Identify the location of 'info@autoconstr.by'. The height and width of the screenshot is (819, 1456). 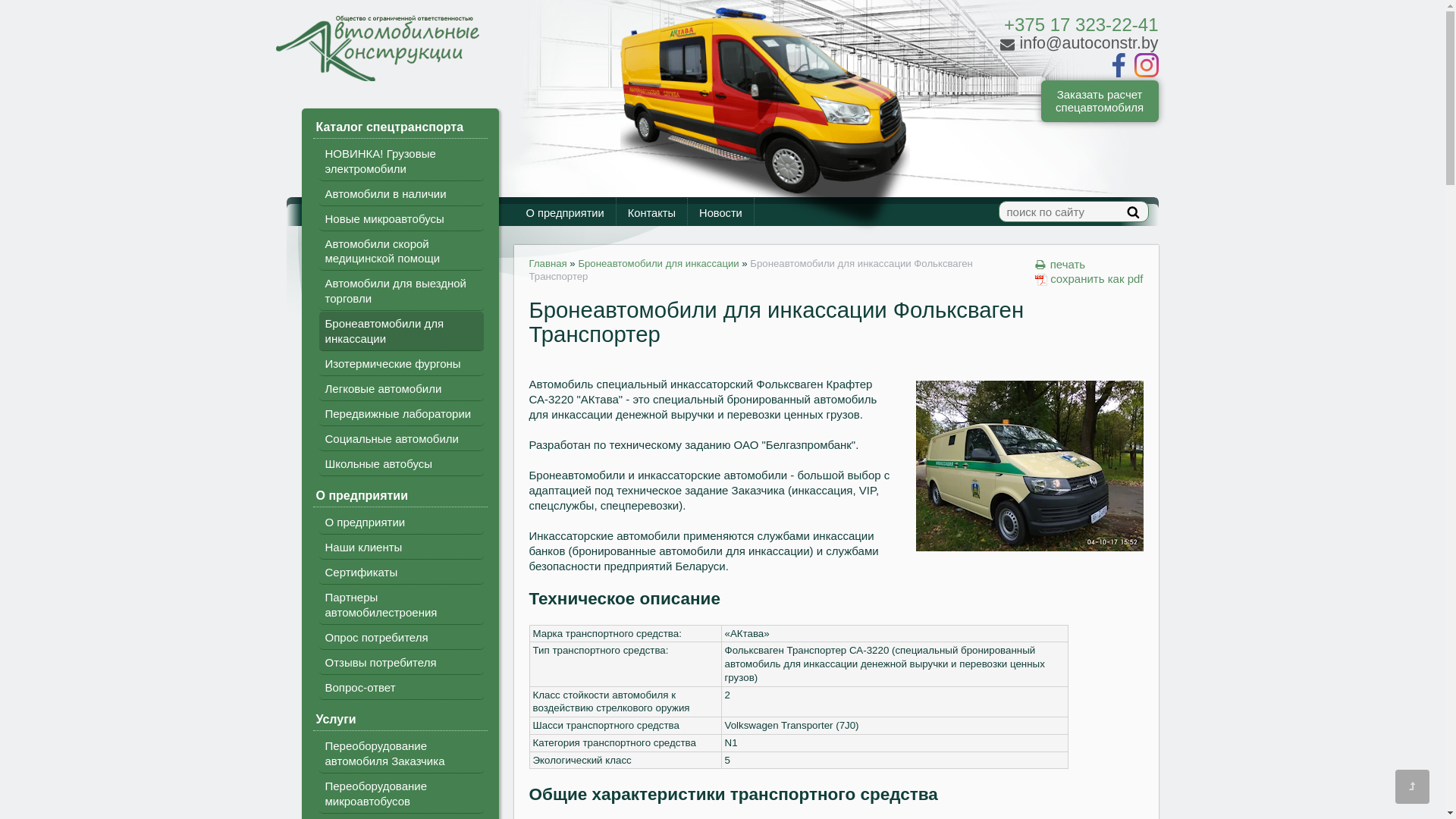
(1077, 43).